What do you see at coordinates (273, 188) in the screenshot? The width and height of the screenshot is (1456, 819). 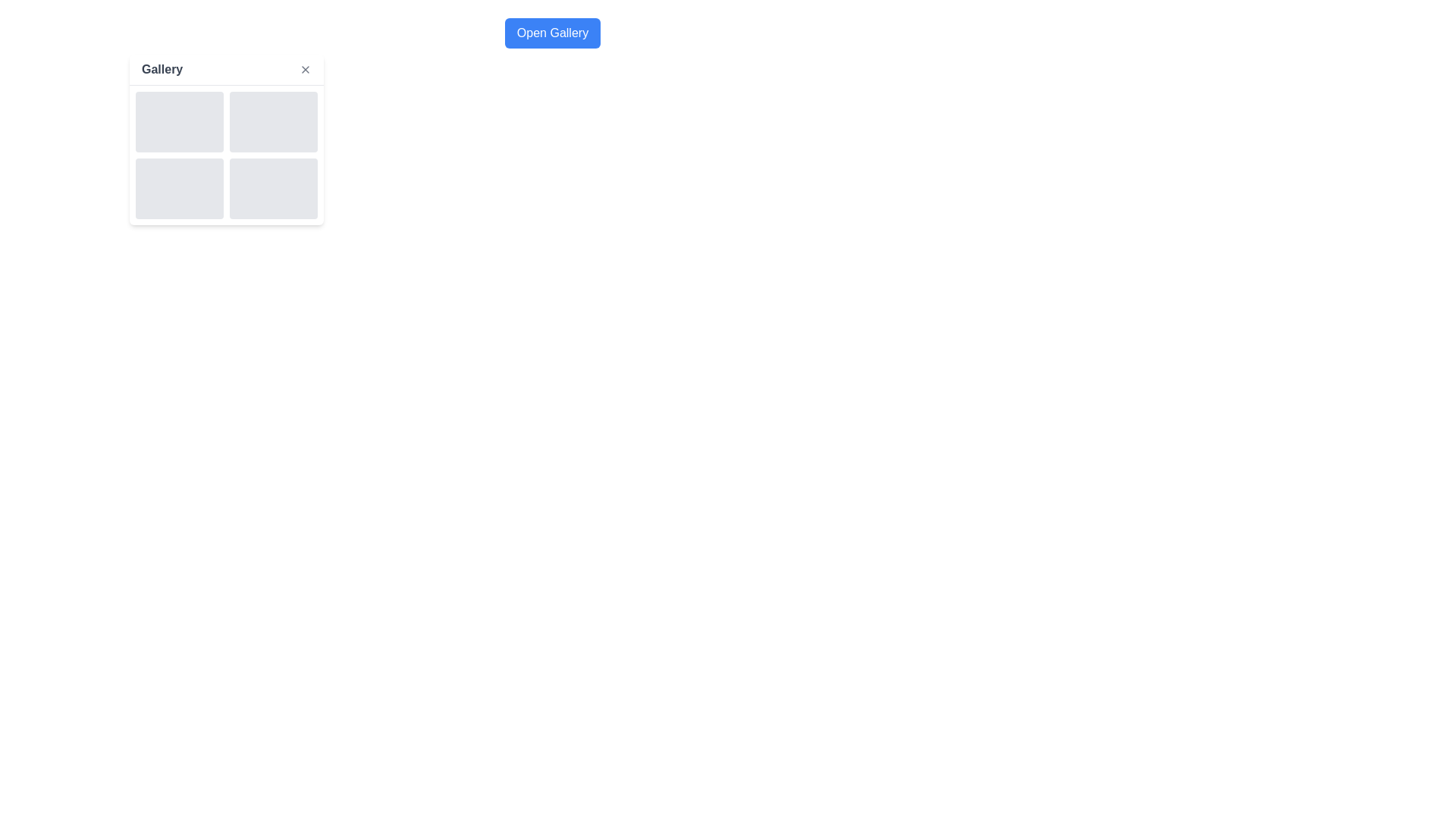 I see `the light gray rectangular Content block with rounded corners located in the second column of the second row of the grid layout` at bounding box center [273, 188].